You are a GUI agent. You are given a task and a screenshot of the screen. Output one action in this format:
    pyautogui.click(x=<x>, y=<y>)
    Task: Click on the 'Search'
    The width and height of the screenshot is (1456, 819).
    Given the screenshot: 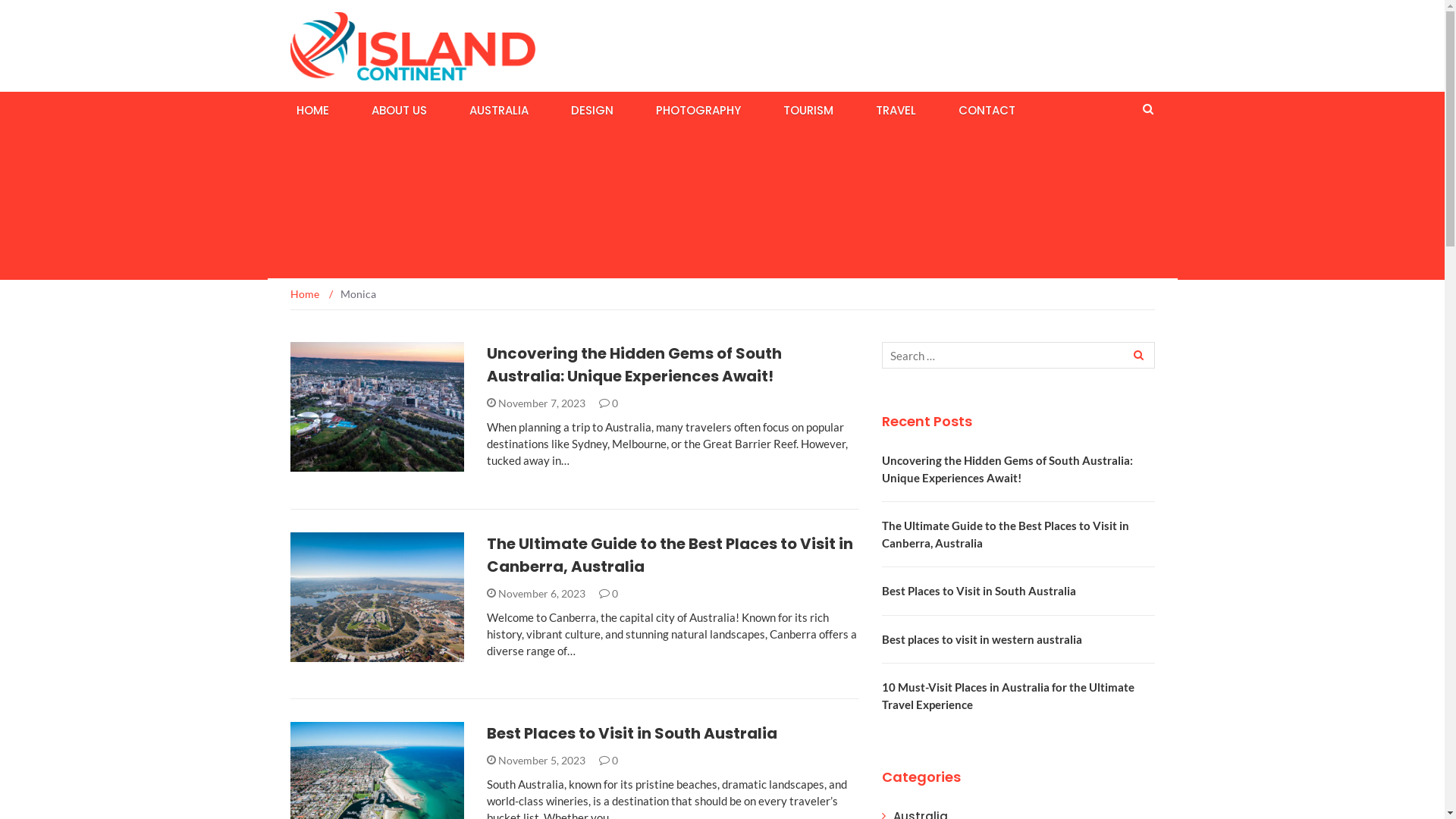 What is the action you would take?
    pyautogui.click(x=1136, y=355)
    